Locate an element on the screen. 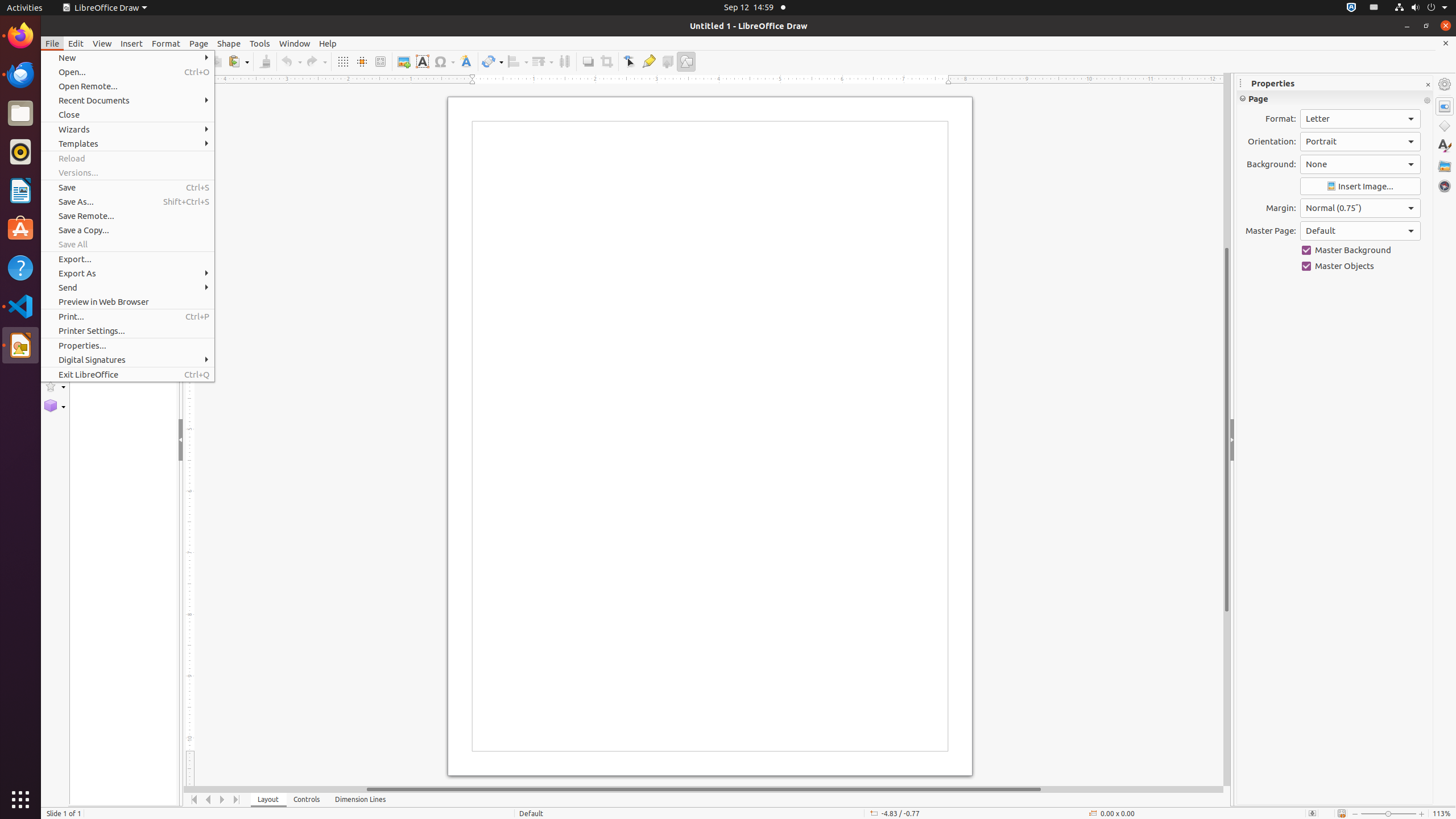  'Shape' is located at coordinates (228, 43).